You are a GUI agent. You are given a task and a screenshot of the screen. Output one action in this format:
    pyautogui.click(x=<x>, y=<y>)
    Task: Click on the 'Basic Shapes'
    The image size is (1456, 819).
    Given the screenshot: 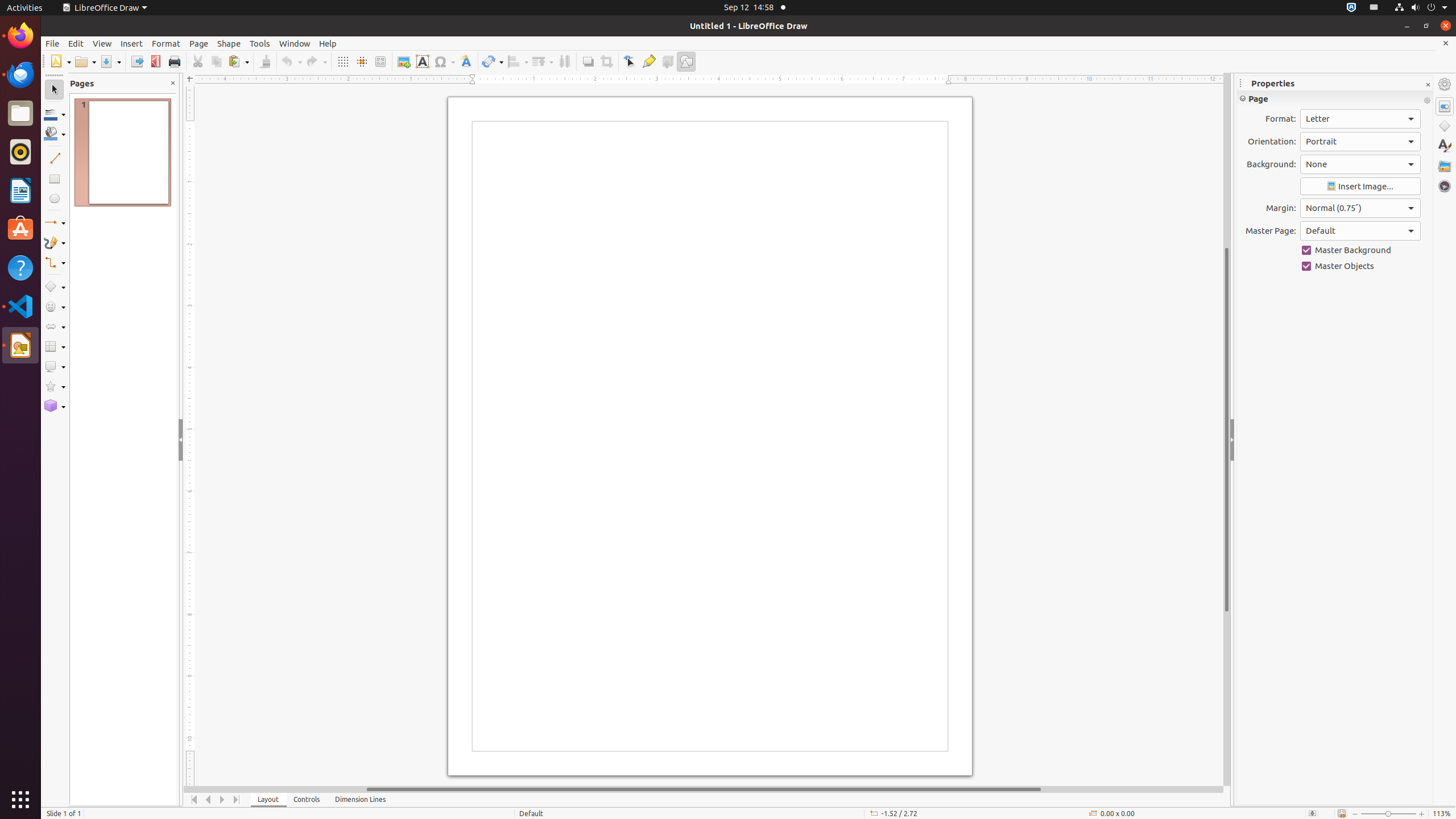 What is the action you would take?
    pyautogui.click(x=54, y=286)
    